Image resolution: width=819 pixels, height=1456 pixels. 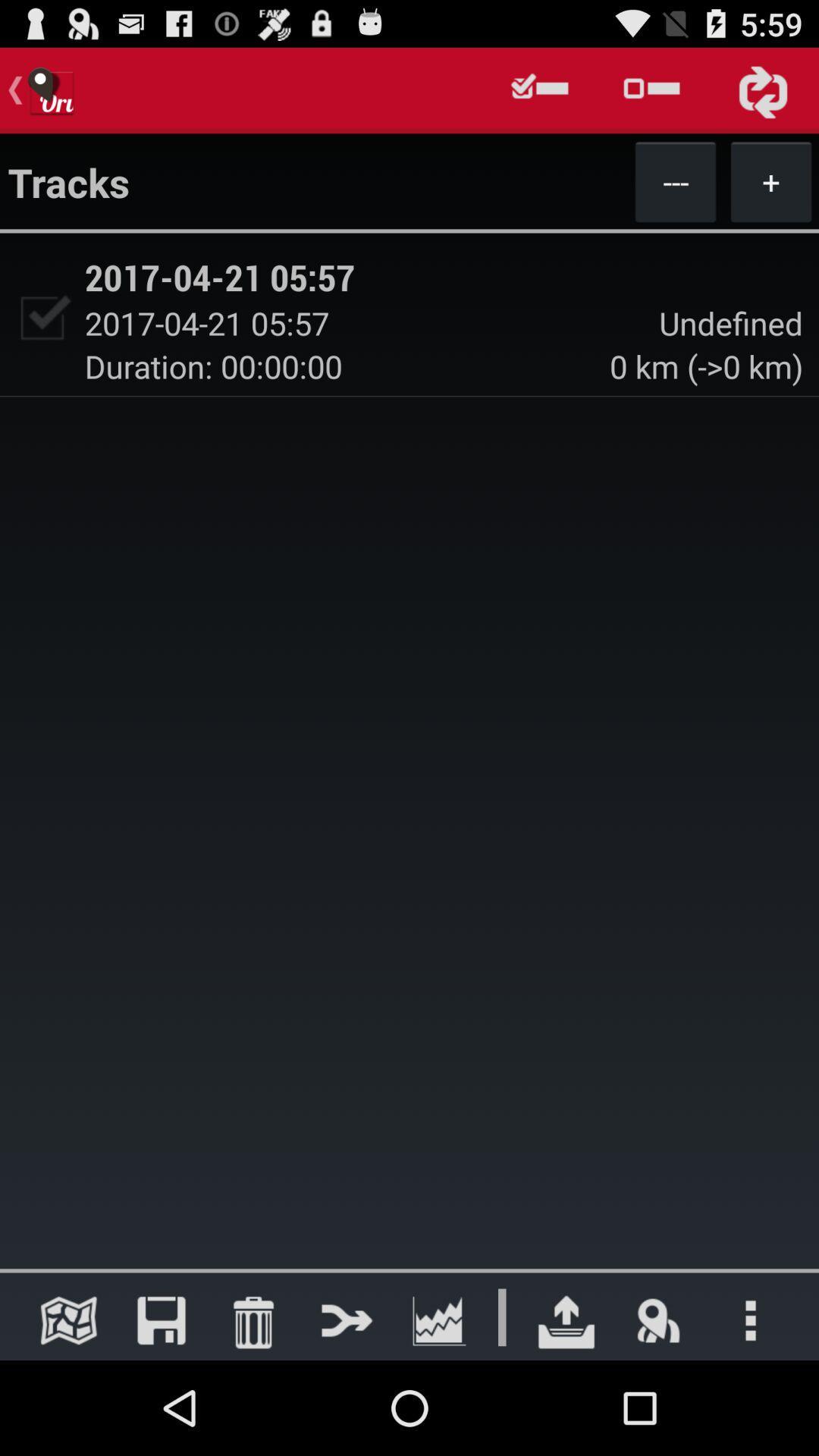 I want to click on icon above the tracks app, so click(x=539, y=89).